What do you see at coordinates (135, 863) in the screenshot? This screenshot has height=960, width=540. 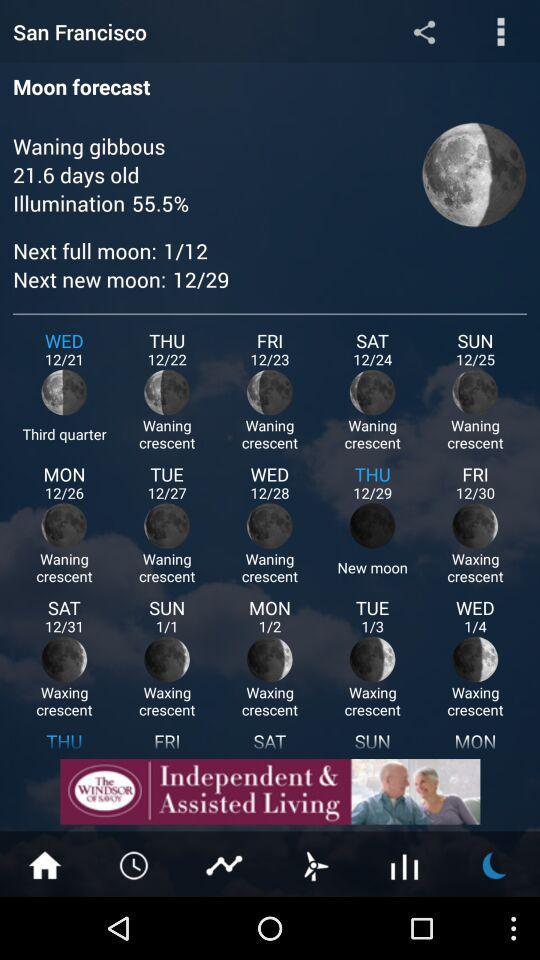 I see `clcok option` at bounding box center [135, 863].